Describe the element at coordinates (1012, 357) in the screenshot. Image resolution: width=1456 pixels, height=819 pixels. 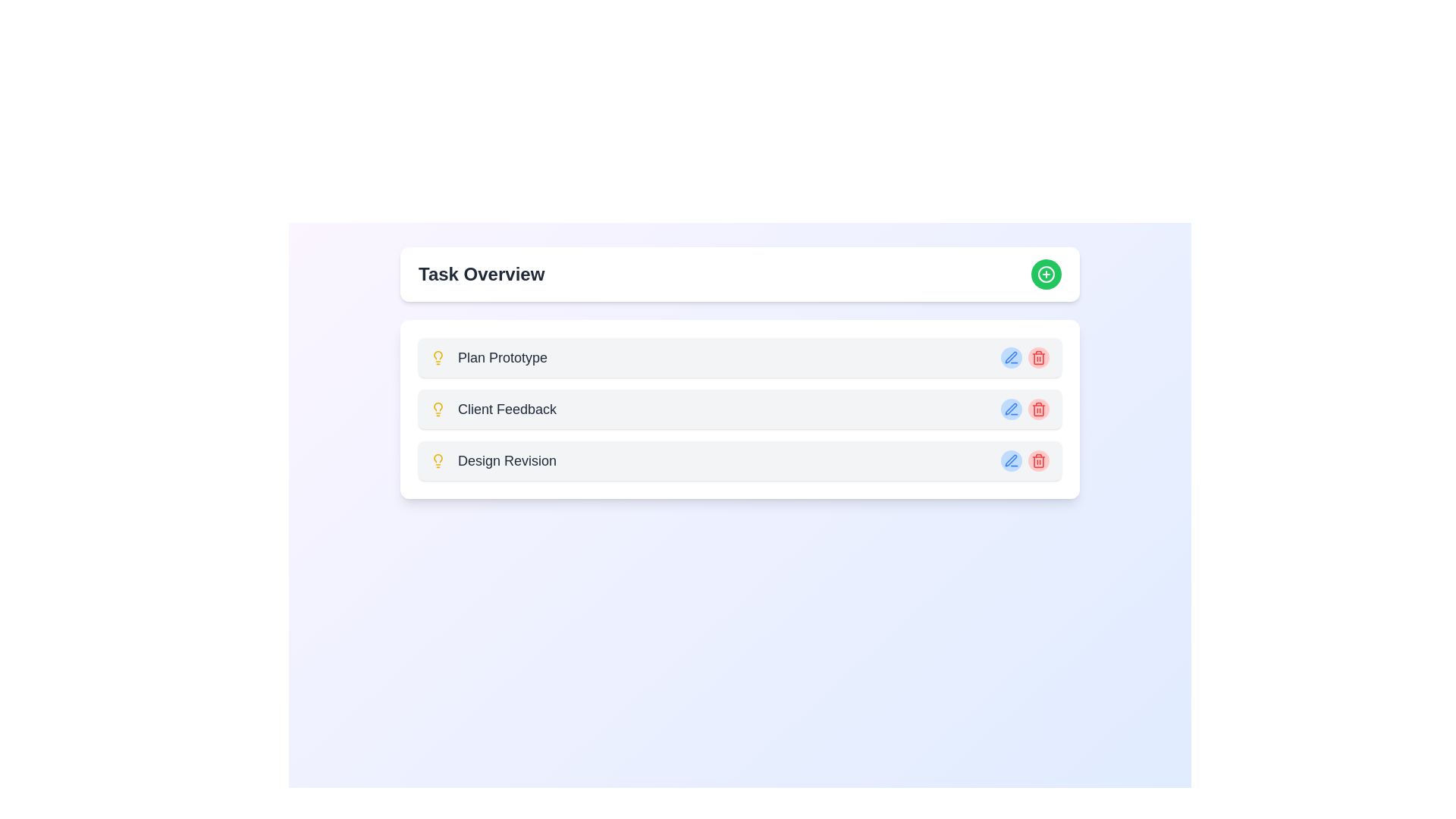
I see `the first button in the horizontally aligned grouping of buttons to initiate an edit action for the associated task item row` at that location.